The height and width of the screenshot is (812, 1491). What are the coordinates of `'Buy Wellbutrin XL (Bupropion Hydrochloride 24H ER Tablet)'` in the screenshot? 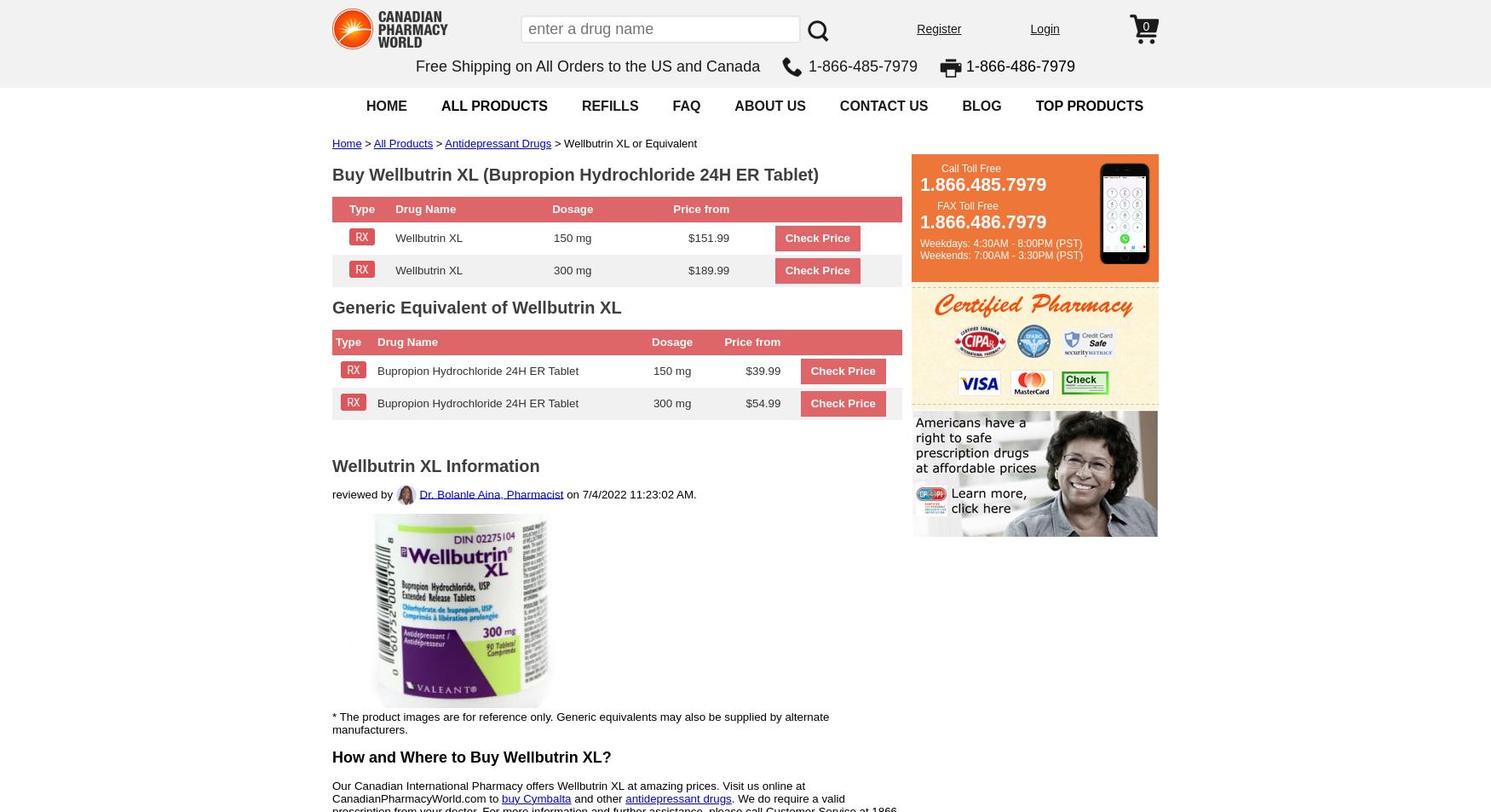 It's located at (574, 173).